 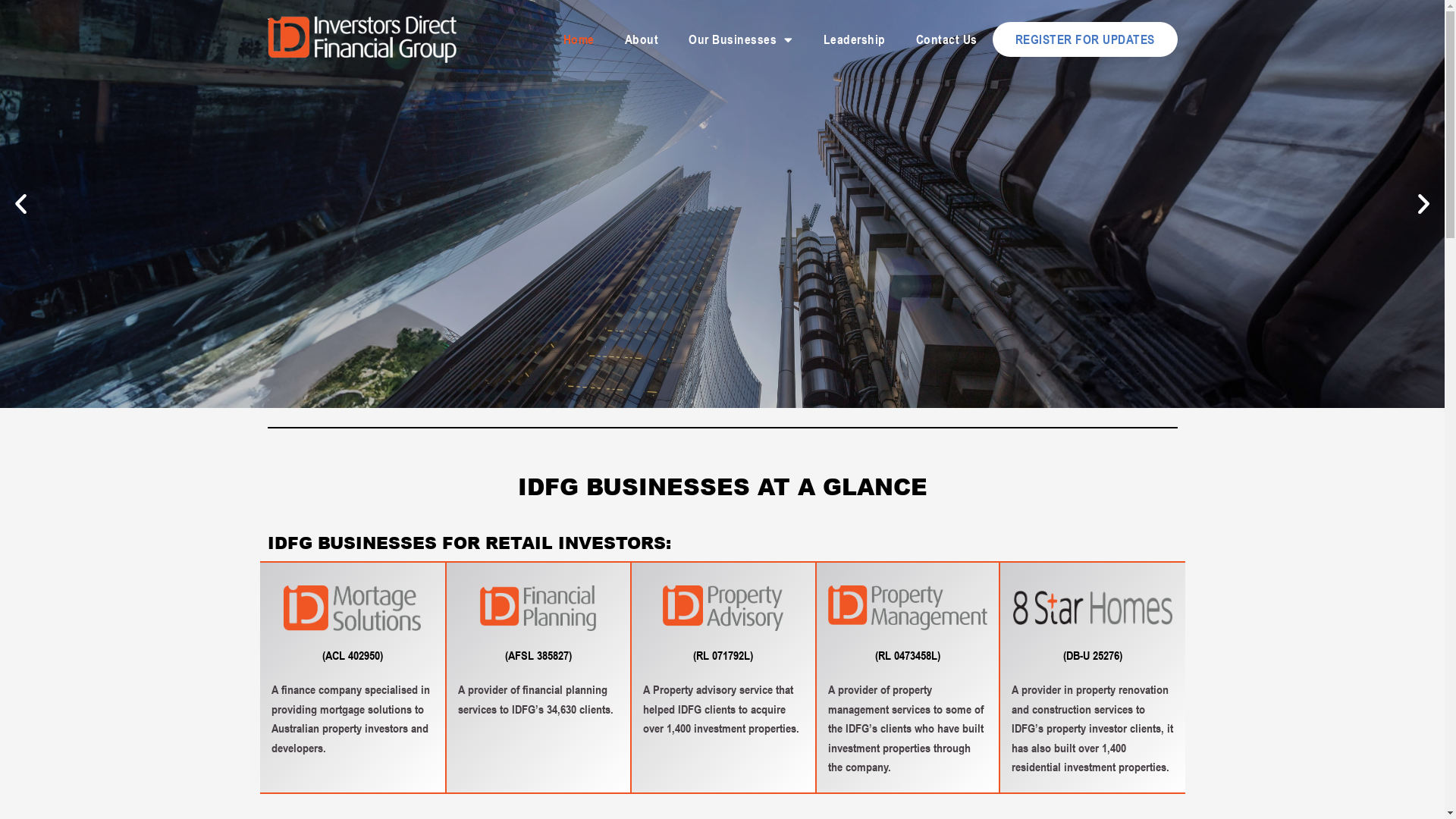 I want to click on 'About', so click(x=642, y=38).